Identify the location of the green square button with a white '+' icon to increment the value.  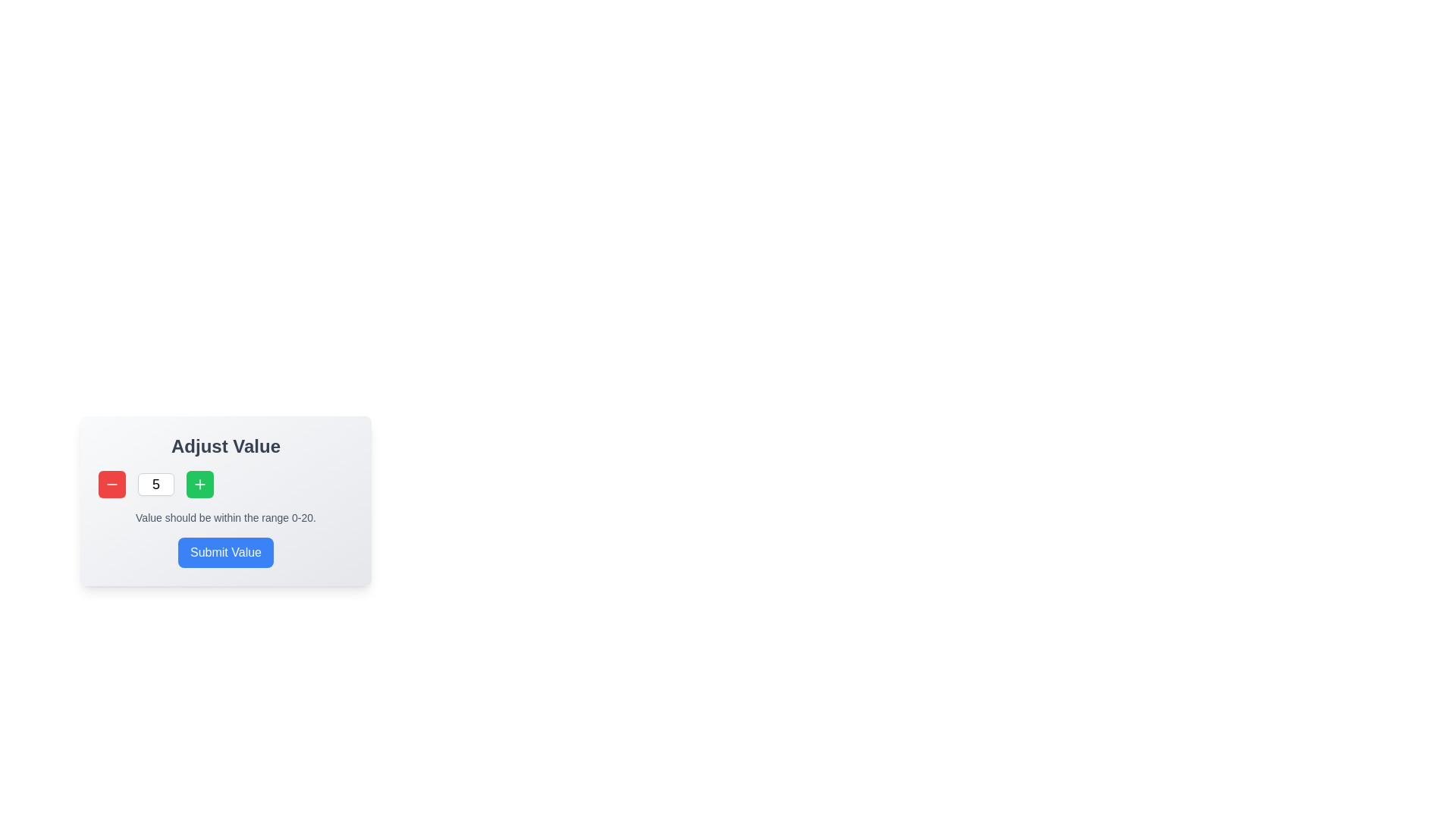
(199, 485).